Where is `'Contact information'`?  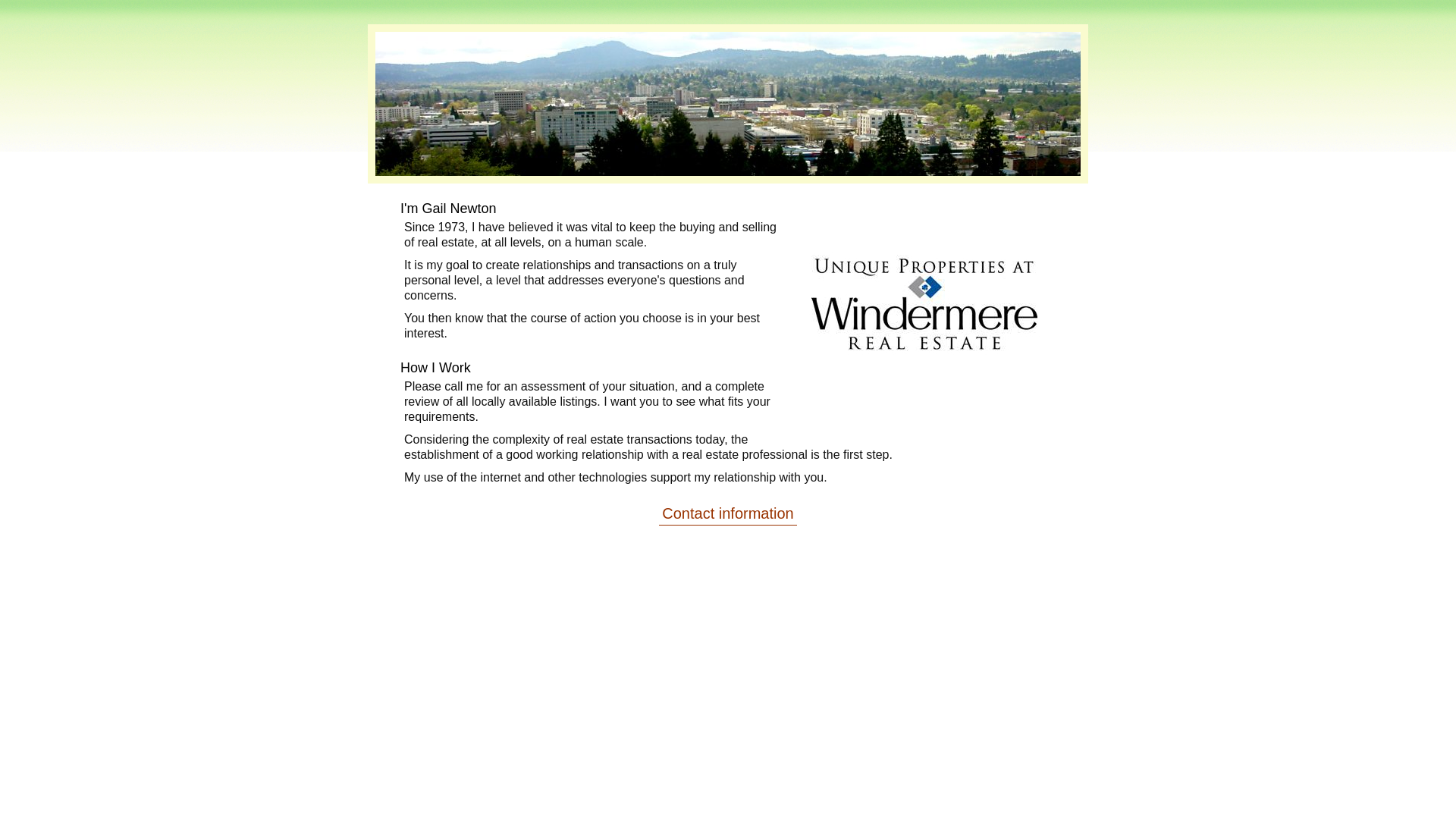 'Contact information' is located at coordinates (726, 513).